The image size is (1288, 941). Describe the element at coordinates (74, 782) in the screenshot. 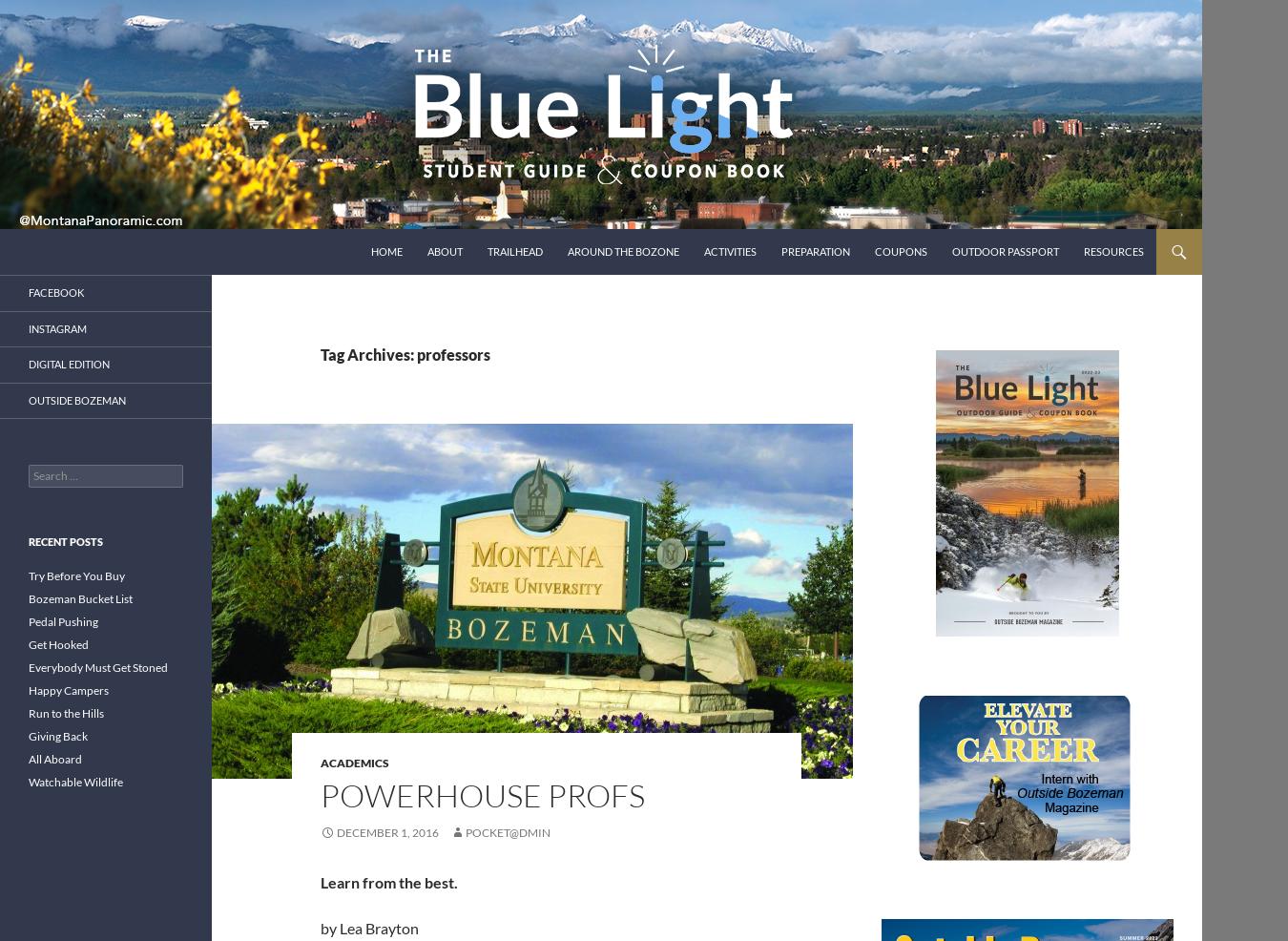

I see `'Watchable Wildlife'` at that location.